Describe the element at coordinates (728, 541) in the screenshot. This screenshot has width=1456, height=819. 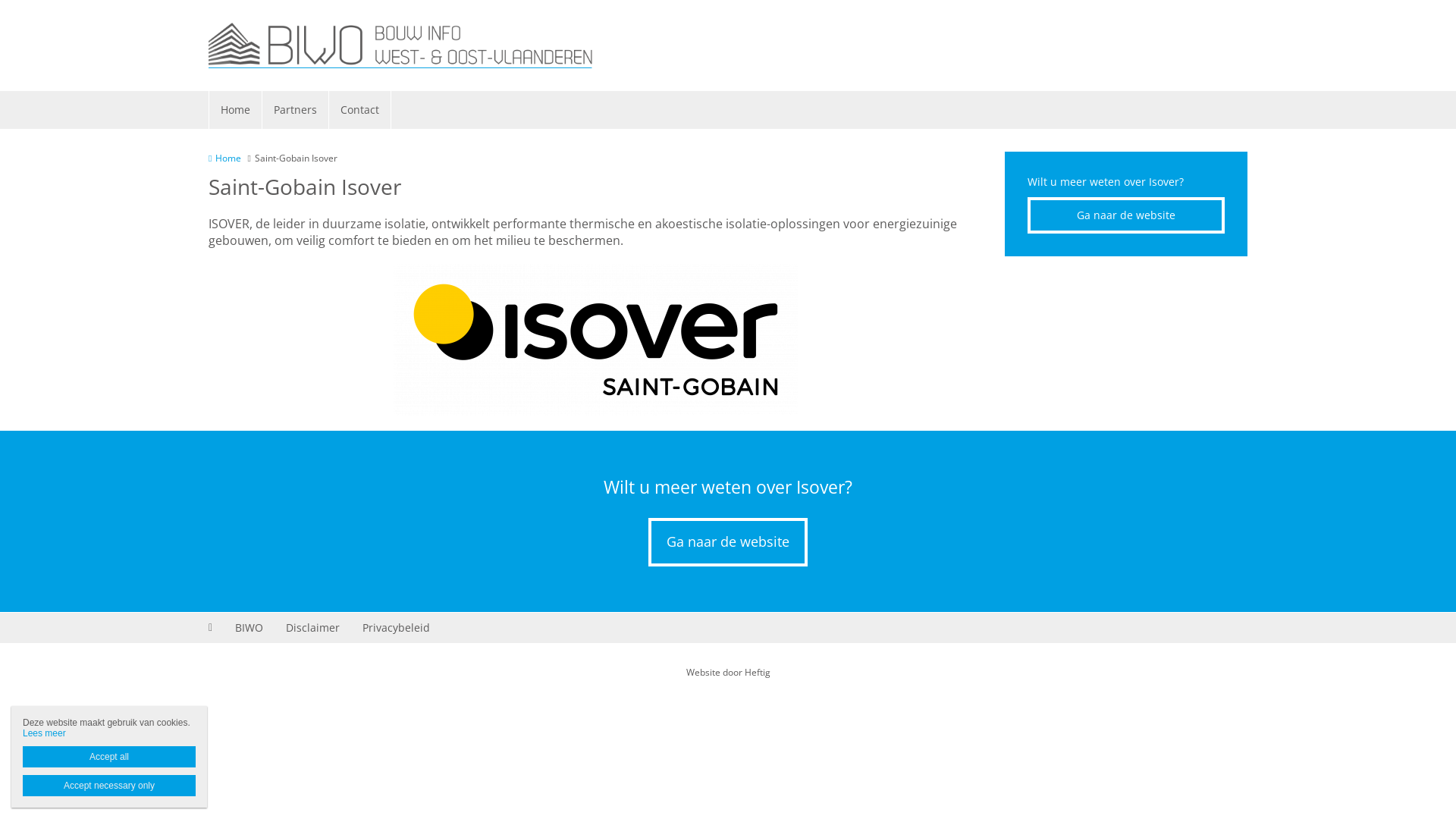
I see `'Ga naar de website'` at that location.